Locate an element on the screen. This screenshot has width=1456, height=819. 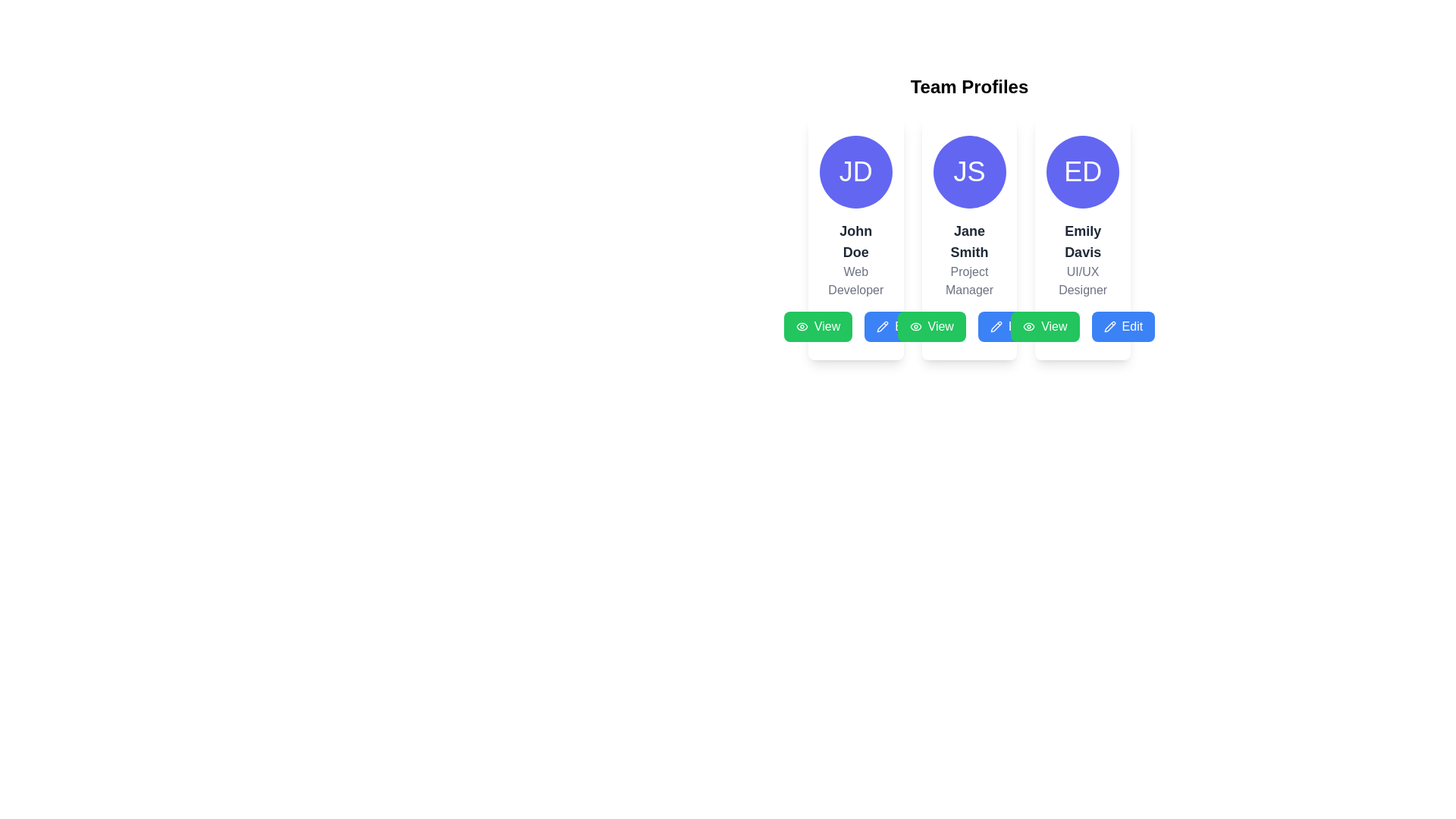
the Avatar or decorative profile badge located at the top of the second profile card from the left, which represents Jane Smith's profile in the 'Team Profiles' section is located at coordinates (968, 171).